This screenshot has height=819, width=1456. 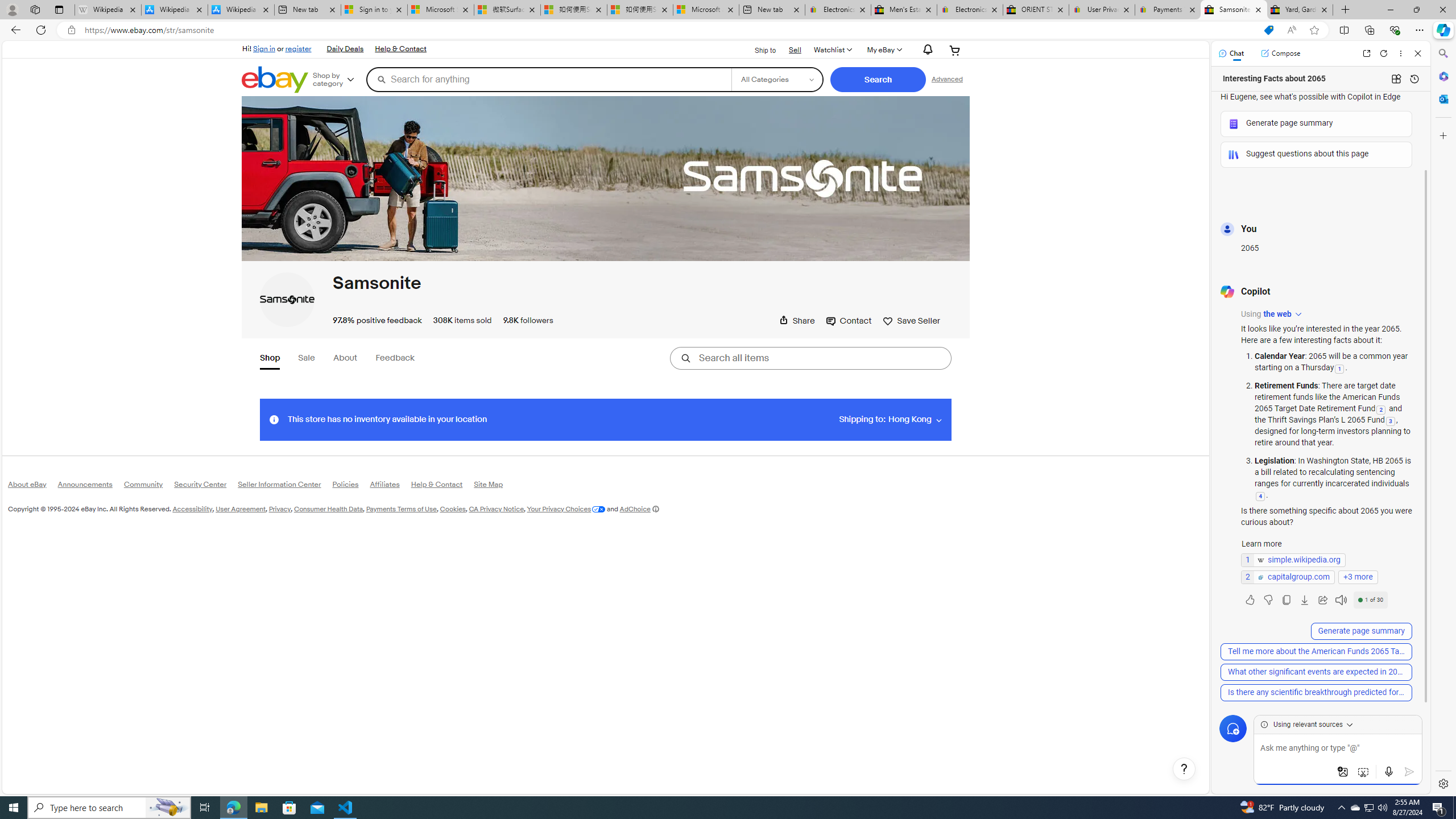 What do you see at coordinates (496, 508) in the screenshot?
I see `'CA Privacy Notice'` at bounding box center [496, 508].